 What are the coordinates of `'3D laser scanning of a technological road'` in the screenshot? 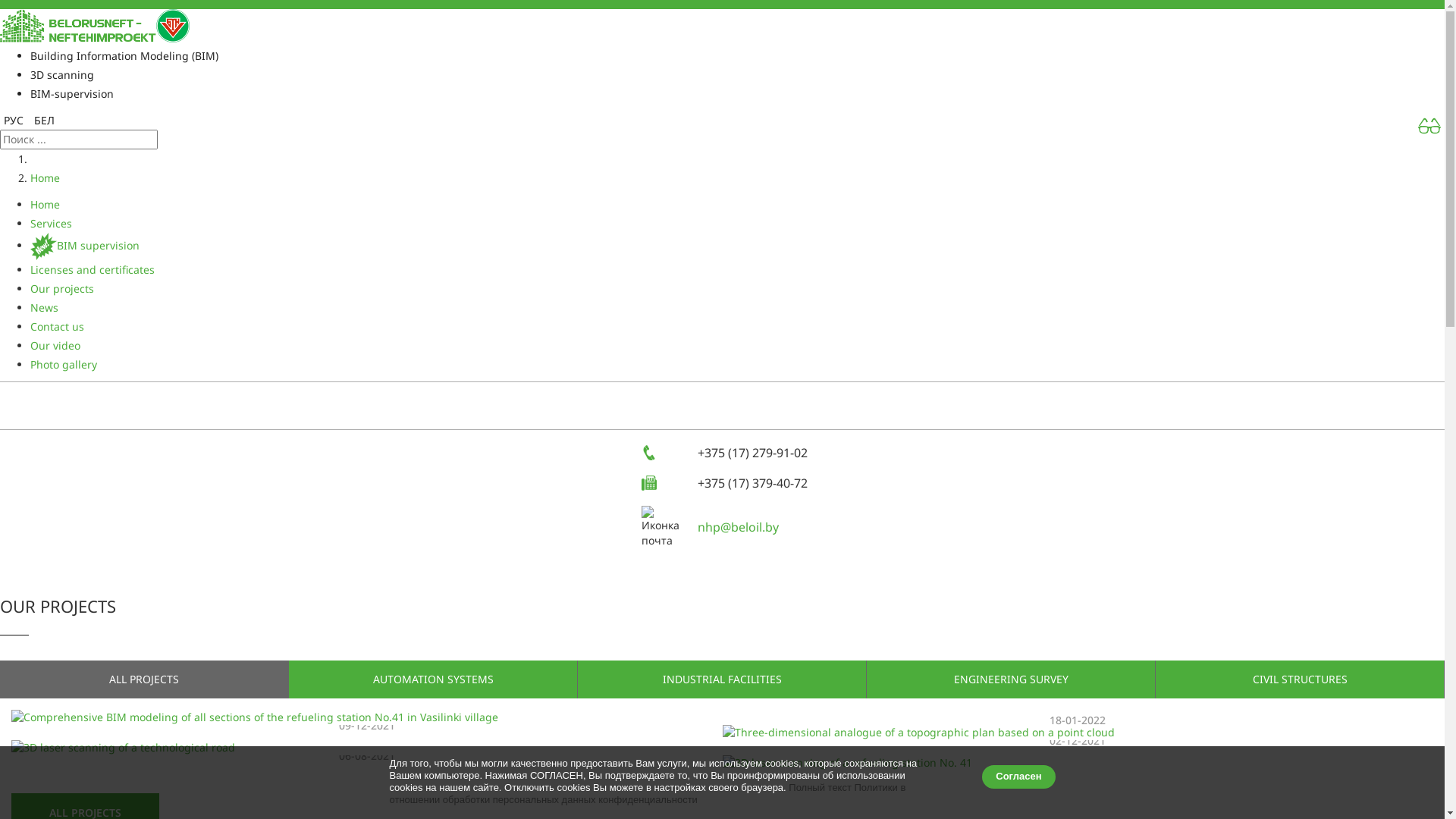 It's located at (367, 747).